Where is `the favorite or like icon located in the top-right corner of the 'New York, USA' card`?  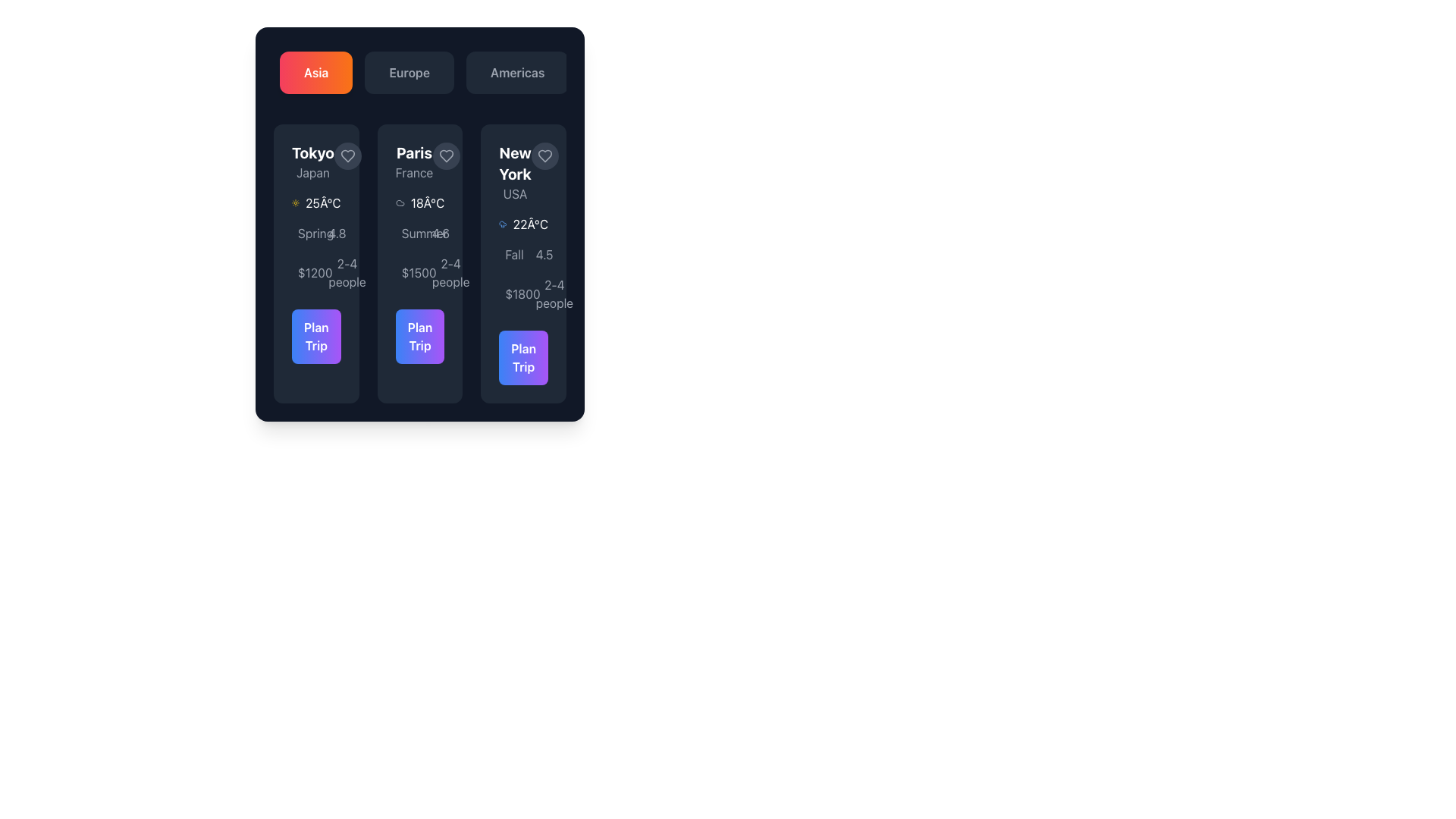
the favorite or like icon located in the top-right corner of the 'New York, USA' card is located at coordinates (544, 155).